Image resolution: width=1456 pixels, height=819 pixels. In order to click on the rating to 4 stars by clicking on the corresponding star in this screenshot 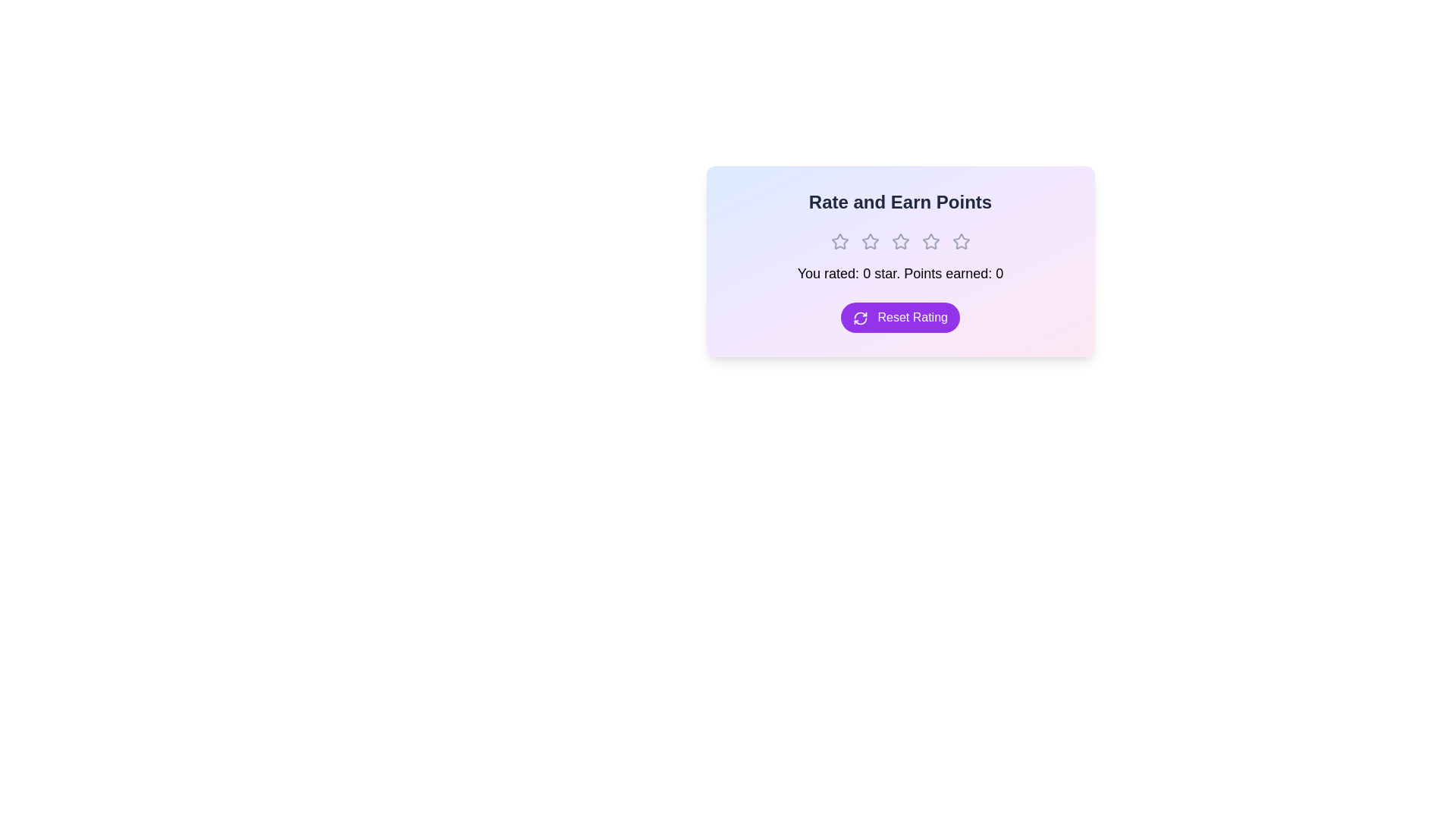, I will do `click(930, 241)`.